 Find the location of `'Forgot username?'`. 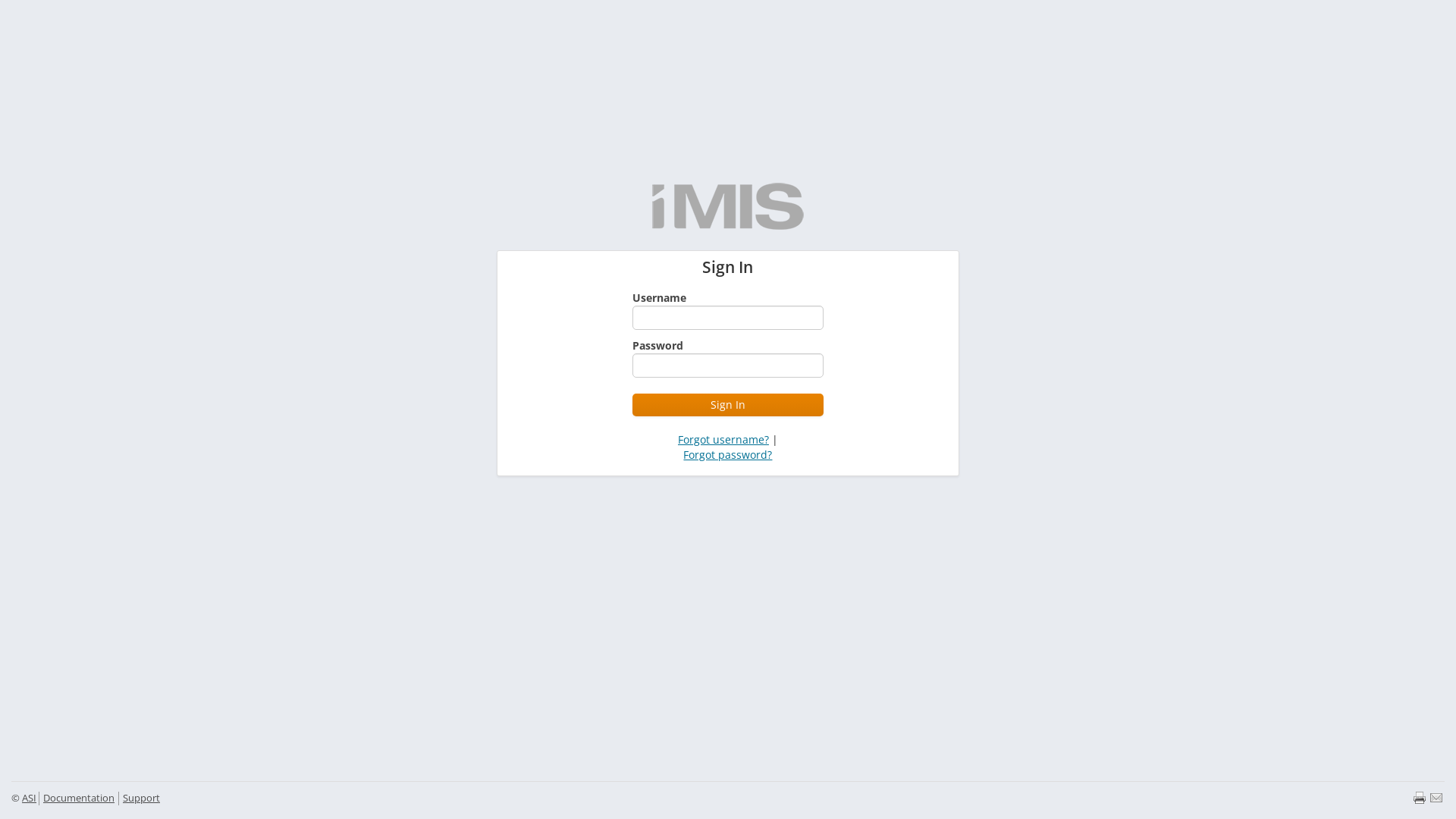

'Forgot username?' is located at coordinates (676, 439).